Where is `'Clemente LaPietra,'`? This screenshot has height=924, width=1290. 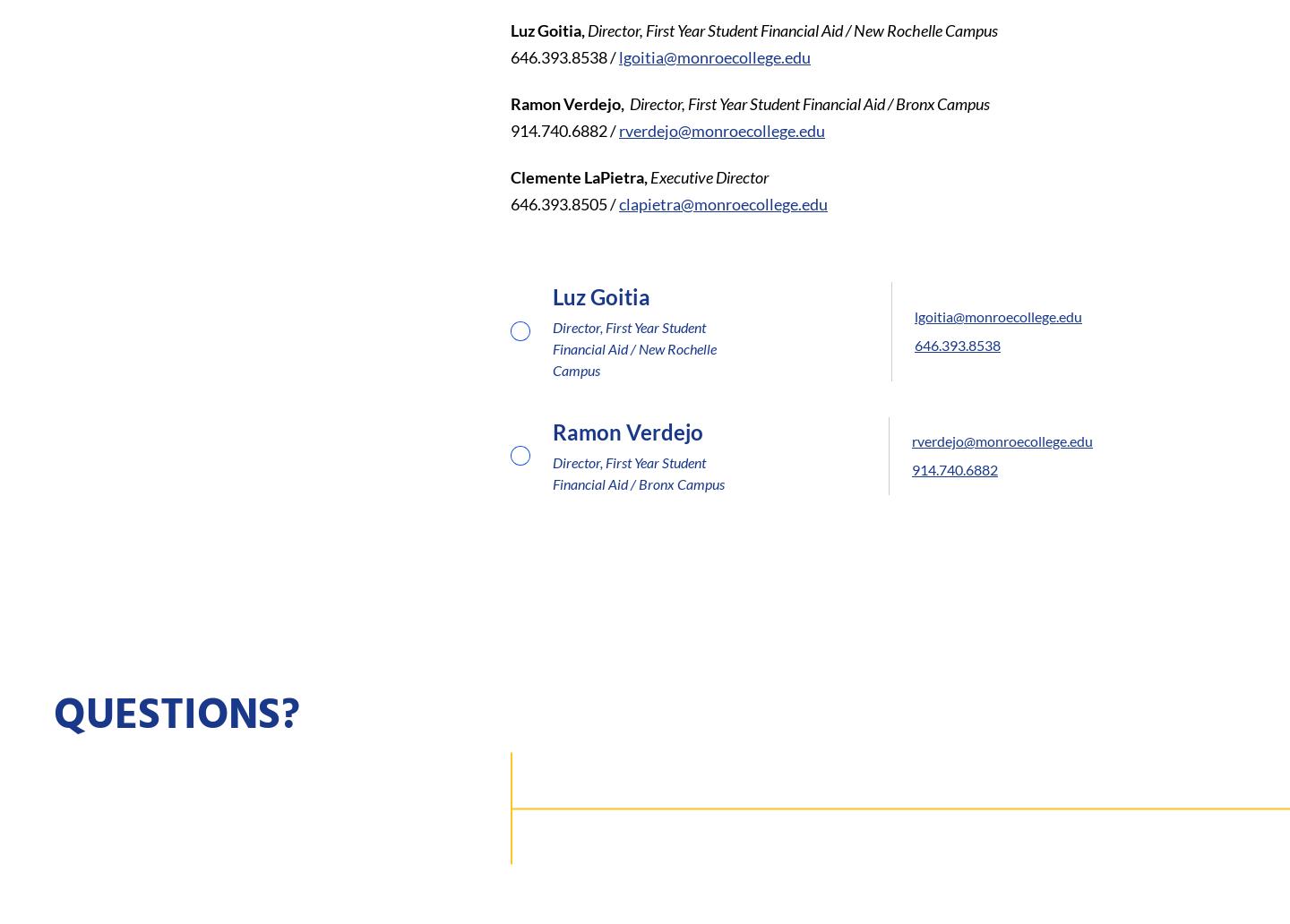 'Clemente LaPietra,' is located at coordinates (509, 175).